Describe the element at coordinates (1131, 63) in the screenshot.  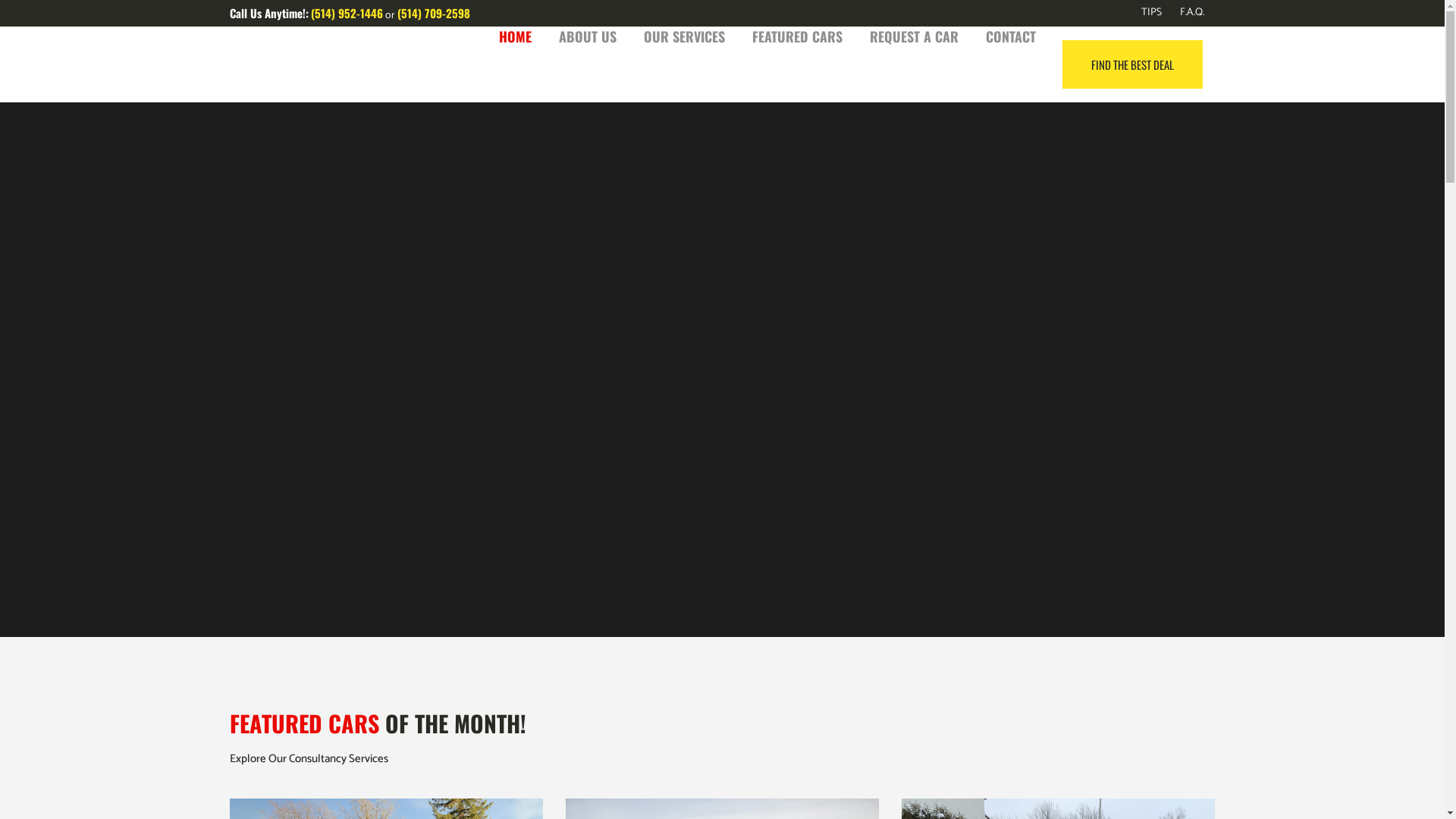
I see `'FIND THE BEST DEAL'` at that location.